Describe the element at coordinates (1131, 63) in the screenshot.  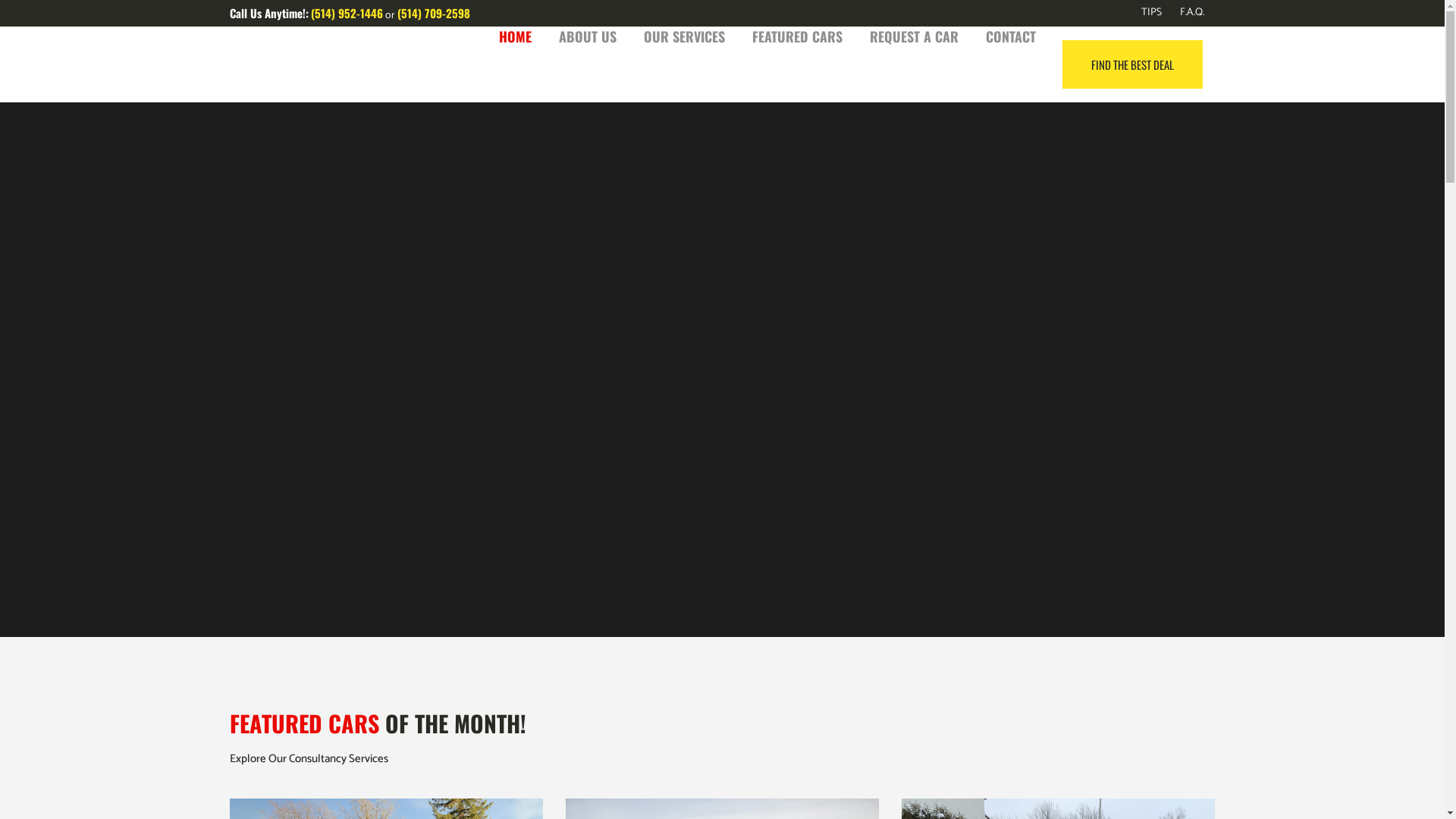
I see `'FIND THE BEST DEAL'` at that location.